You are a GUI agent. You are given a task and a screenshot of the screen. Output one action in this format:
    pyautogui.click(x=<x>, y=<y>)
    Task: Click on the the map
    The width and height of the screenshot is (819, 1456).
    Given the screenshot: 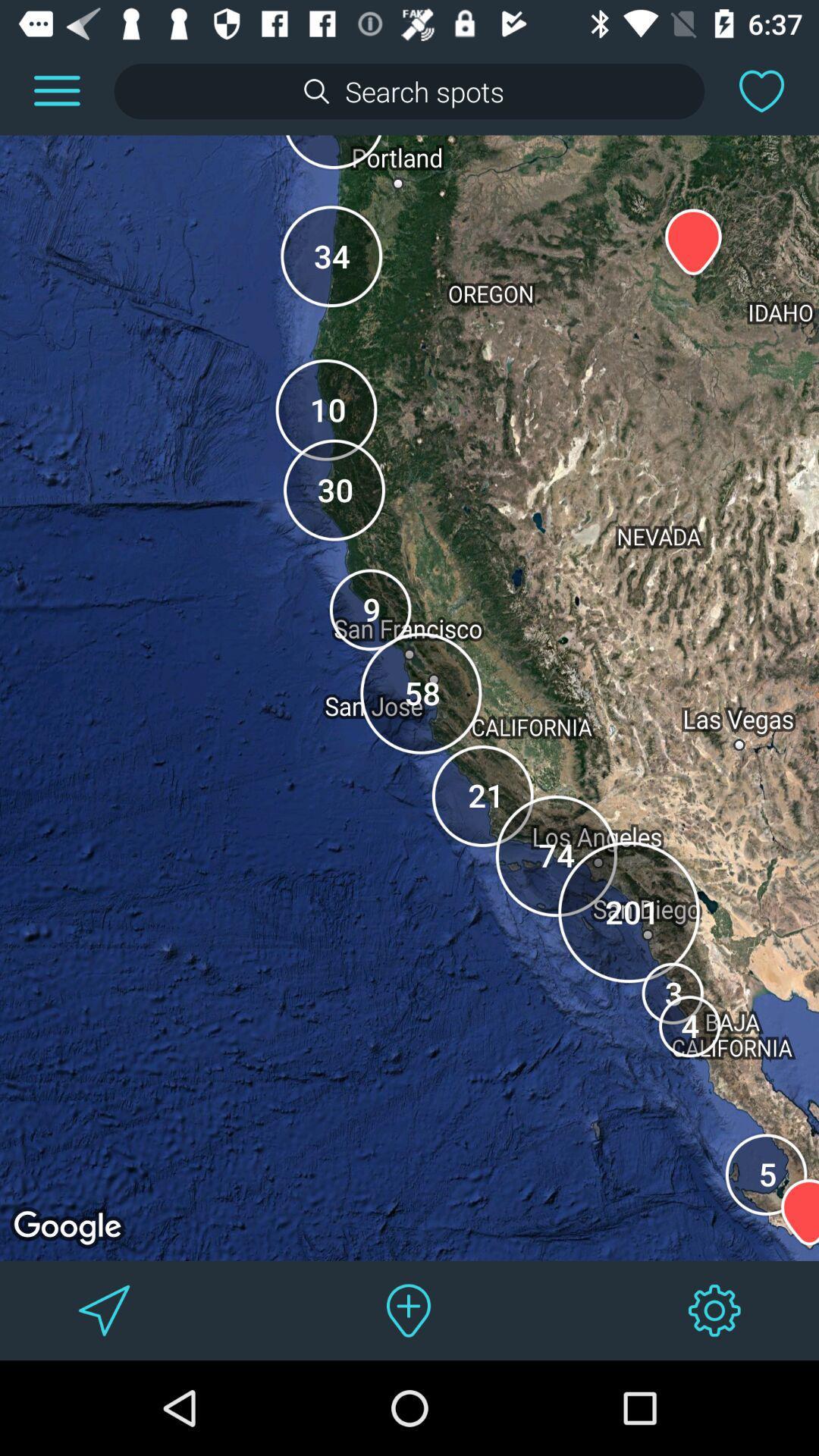 What is the action you would take?
    pyautogui.click(x=761, y=90)
    